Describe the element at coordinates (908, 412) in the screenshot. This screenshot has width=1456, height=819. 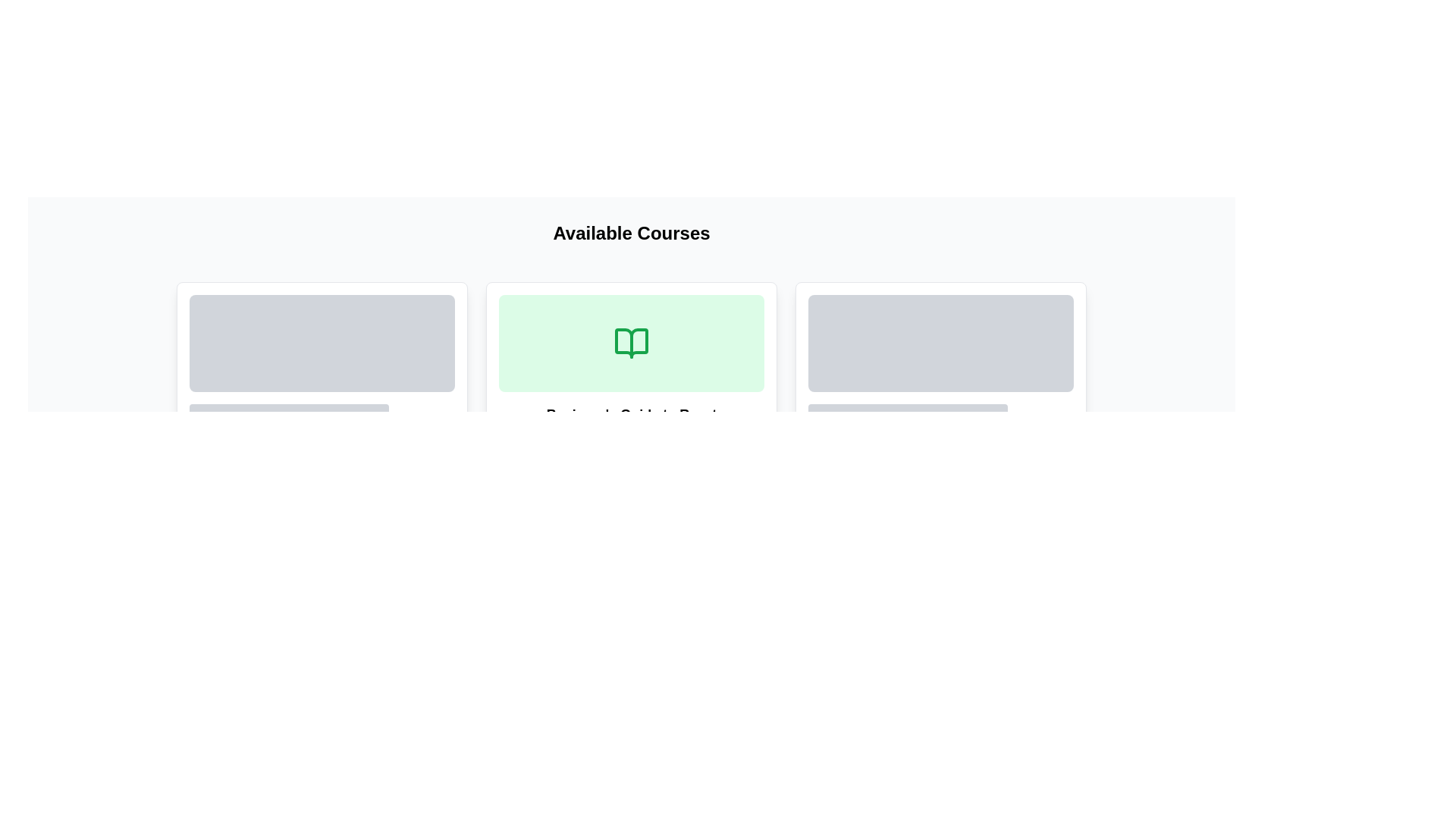
I see `the horizontal gray rectangular bar with rounded edges positioned below the larger gray rectangular component` at that location.